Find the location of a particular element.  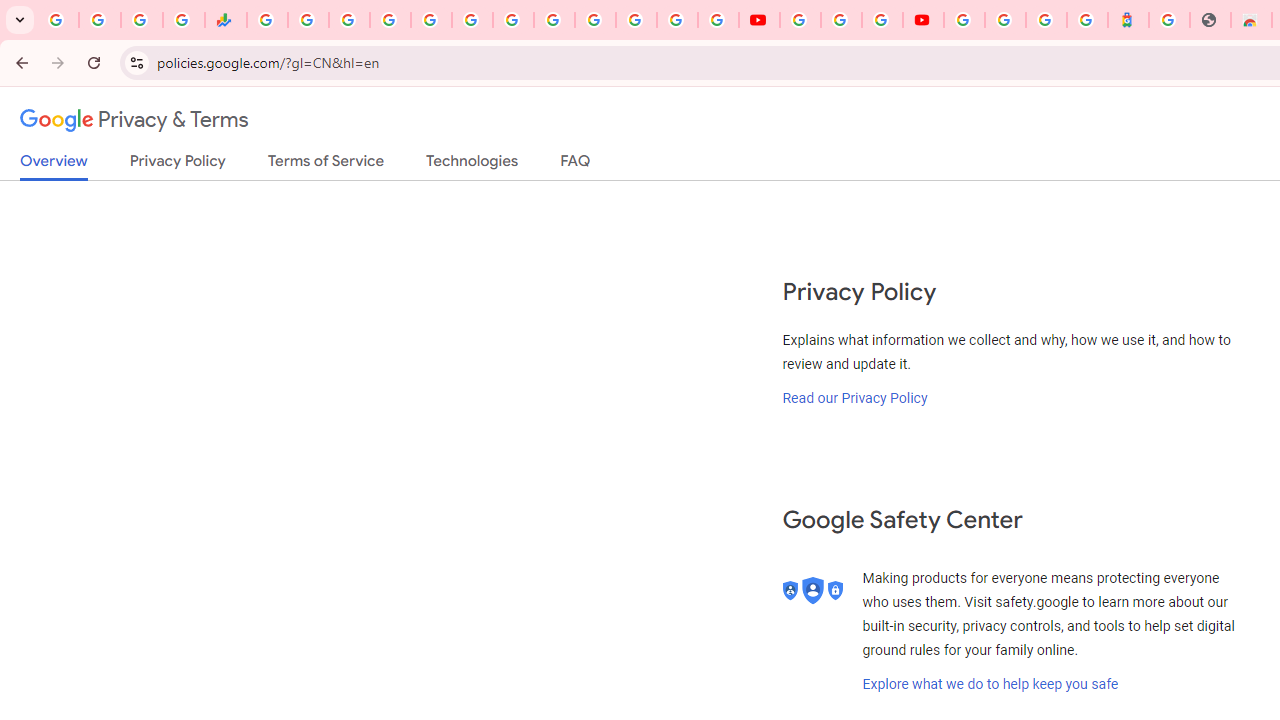

'Read our Privacy Policy' is located at coordinates (855, 397).